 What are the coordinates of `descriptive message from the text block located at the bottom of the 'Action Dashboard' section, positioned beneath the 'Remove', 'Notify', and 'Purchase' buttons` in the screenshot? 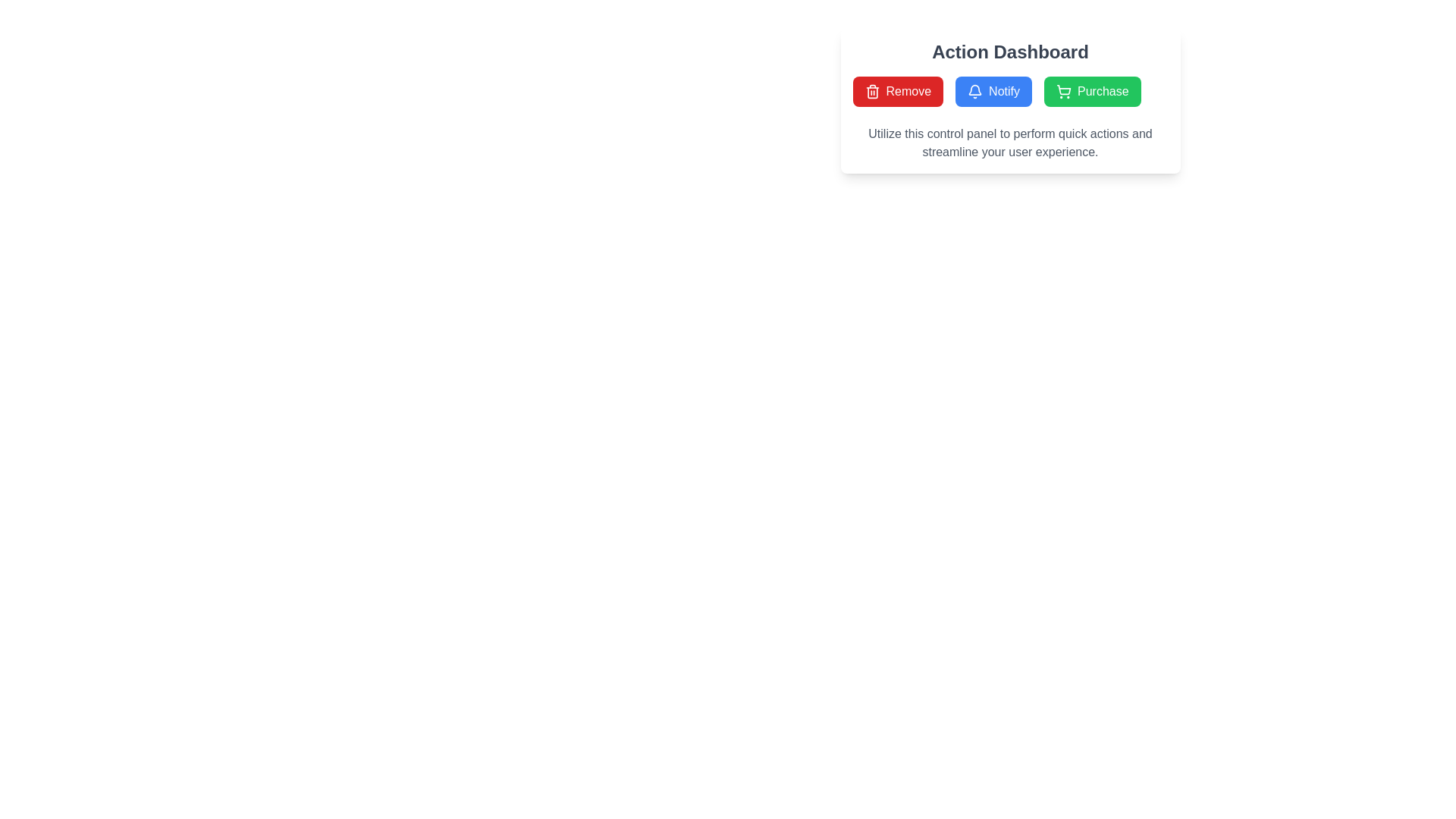 It's located at (1010, 143).